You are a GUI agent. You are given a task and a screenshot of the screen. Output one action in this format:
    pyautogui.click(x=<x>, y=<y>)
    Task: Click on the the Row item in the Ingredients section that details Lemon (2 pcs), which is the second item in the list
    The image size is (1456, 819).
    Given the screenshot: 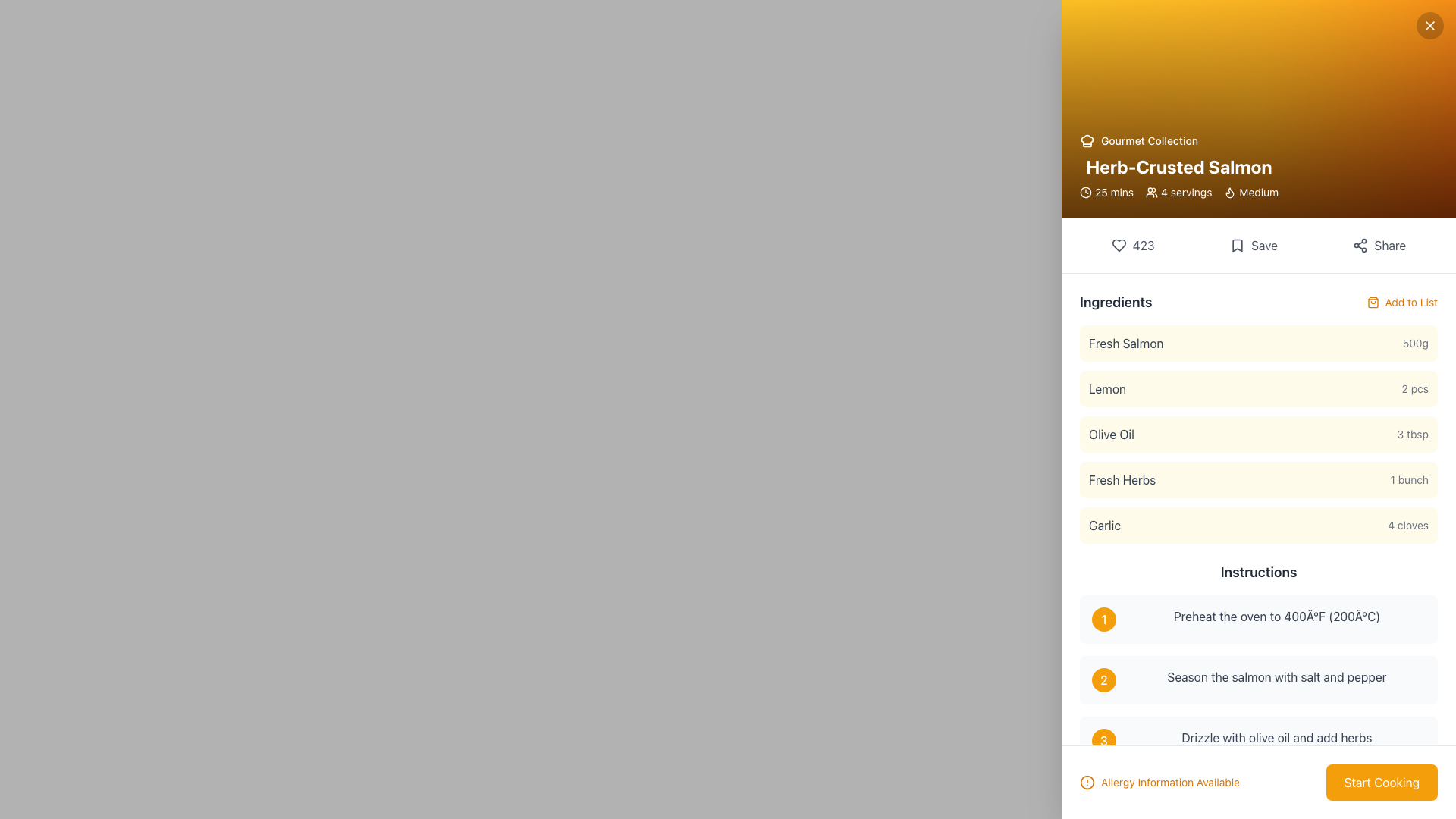 What is the action you would take?
    pyautogui.click(x=1259, y=388)
    